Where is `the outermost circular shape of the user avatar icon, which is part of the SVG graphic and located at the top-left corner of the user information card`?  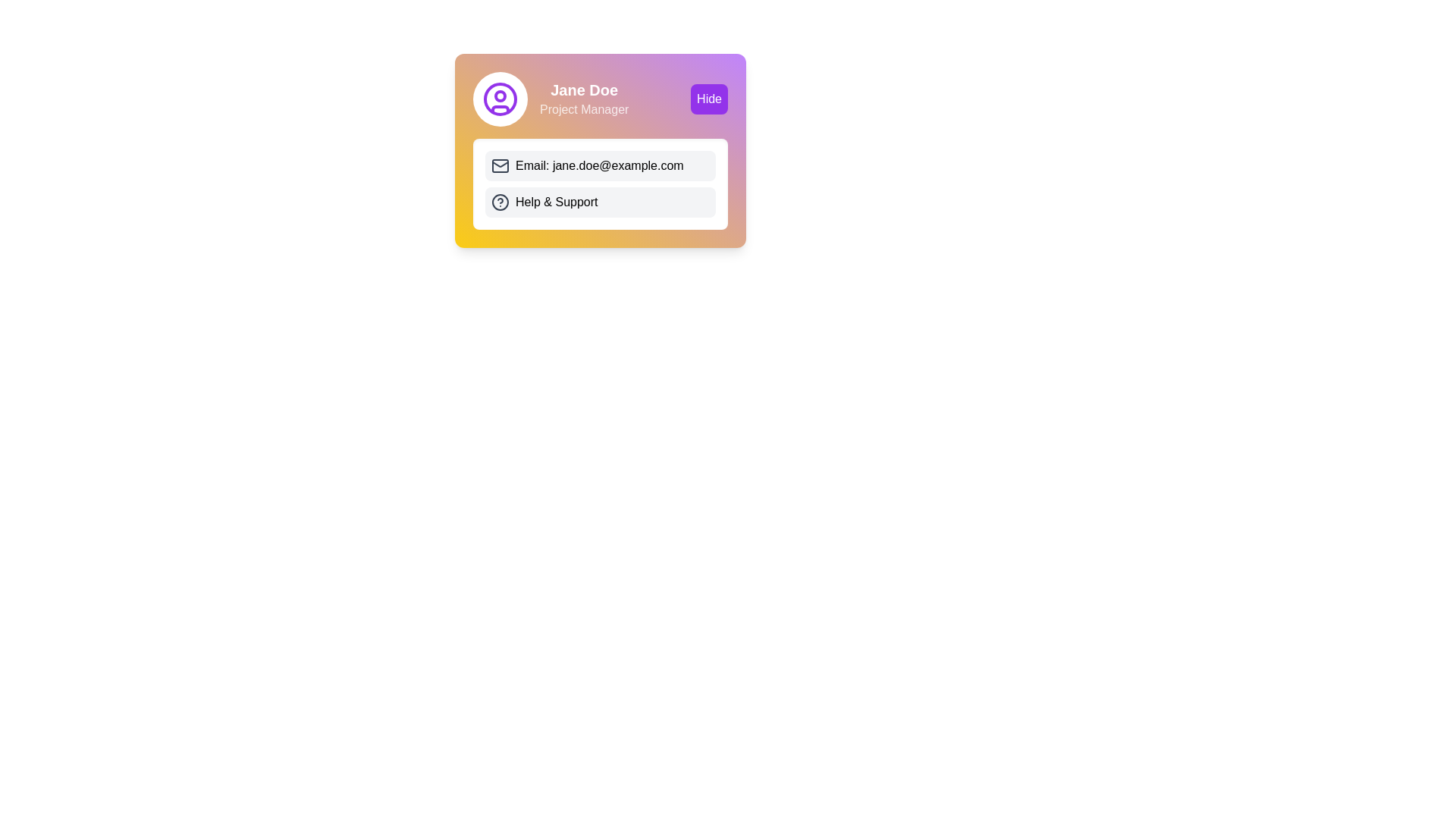
the outermost circular shape of the user avatar icon, which is part of the SVG graphic and located at the top-left corner of the user information card is located at coordinates (500, 99).